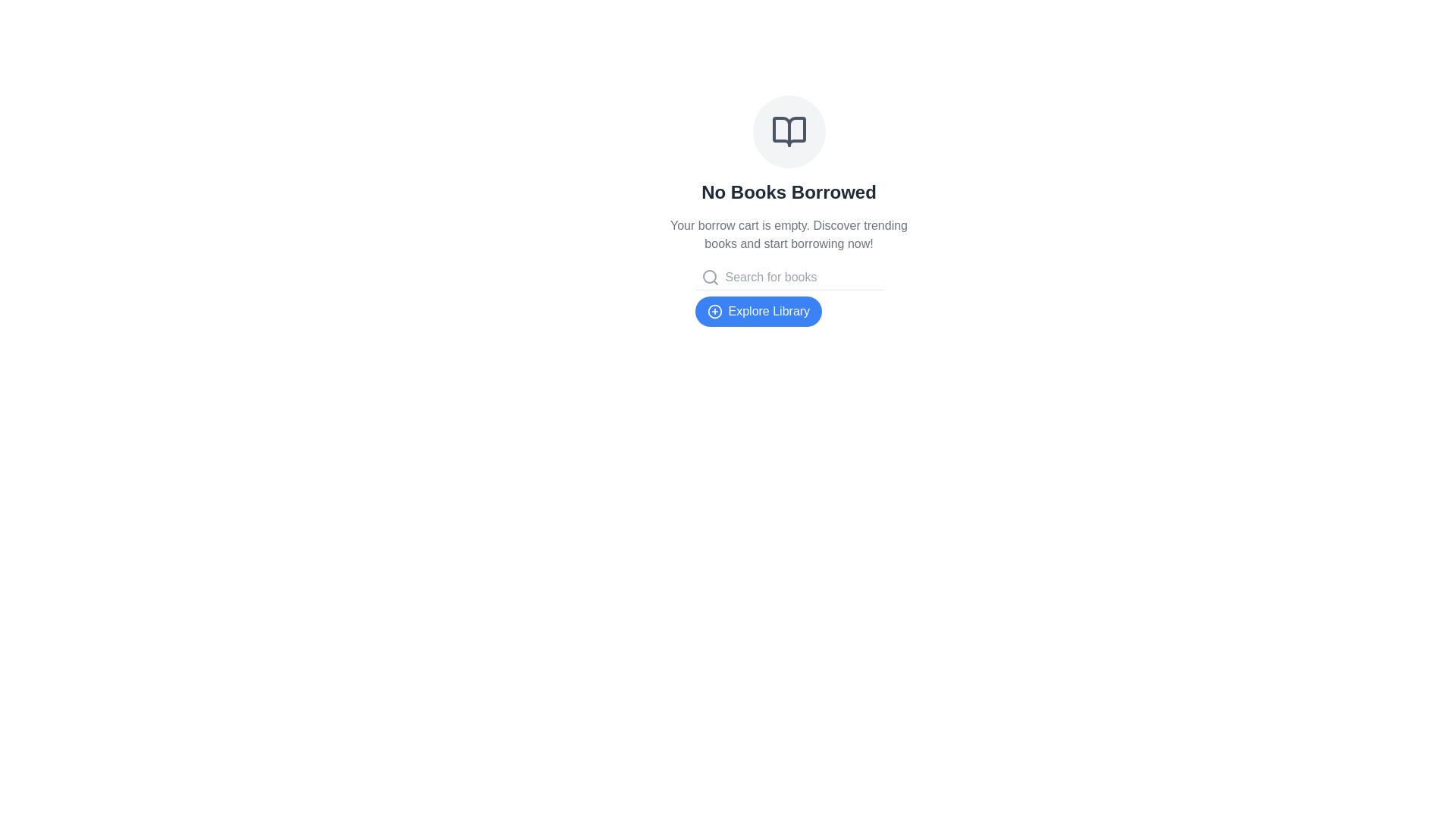 The width and height of the screenshot is (1456, 819). I want to click on the add or expand icon located within the 'Explore Library' button, which is positioned under the 'Search for books' text, so click(714, 311).